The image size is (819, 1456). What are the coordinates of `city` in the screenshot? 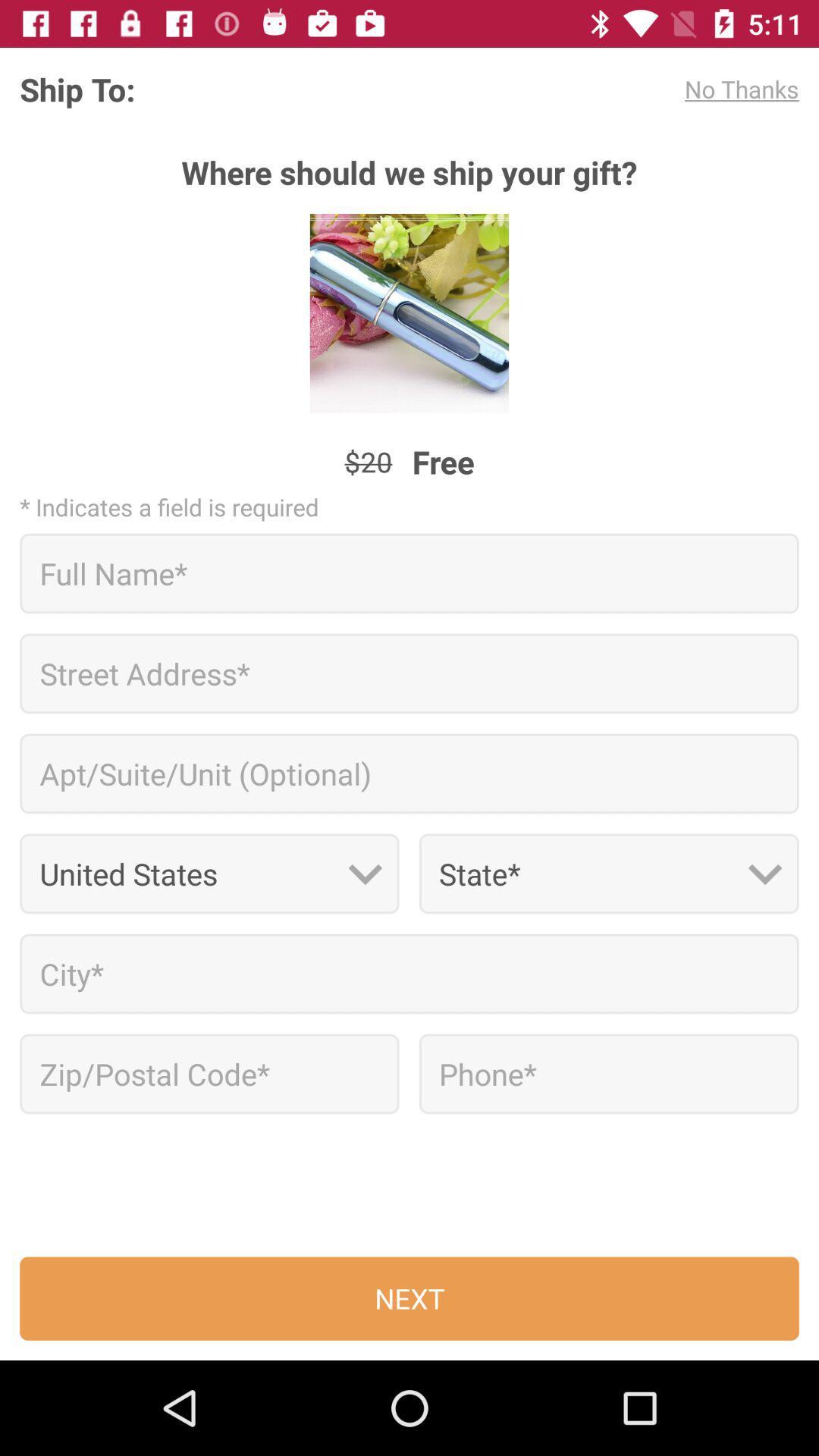 It's located at (409, 974).